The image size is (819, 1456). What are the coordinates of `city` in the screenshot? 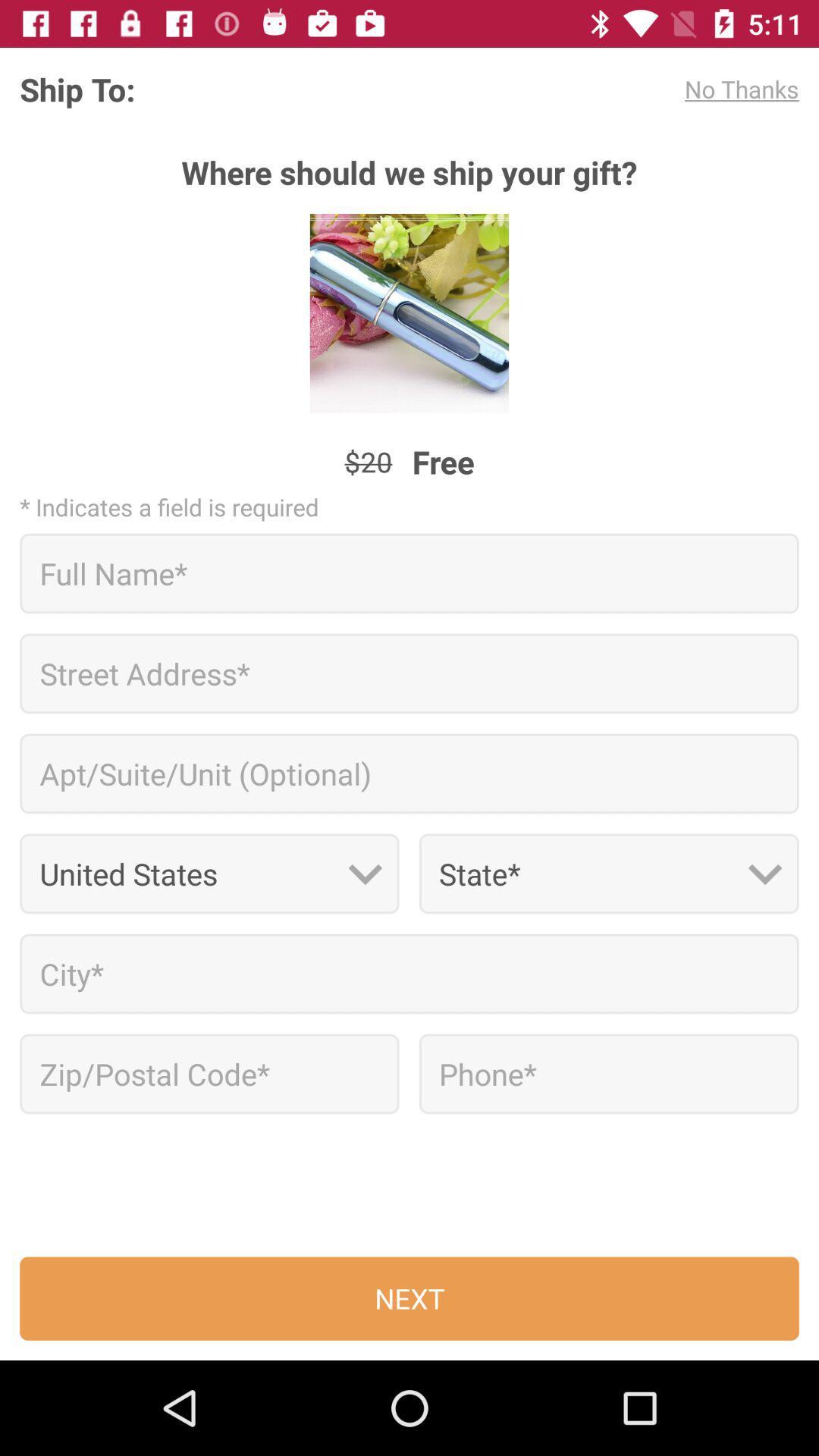 It's located at (409, 974).